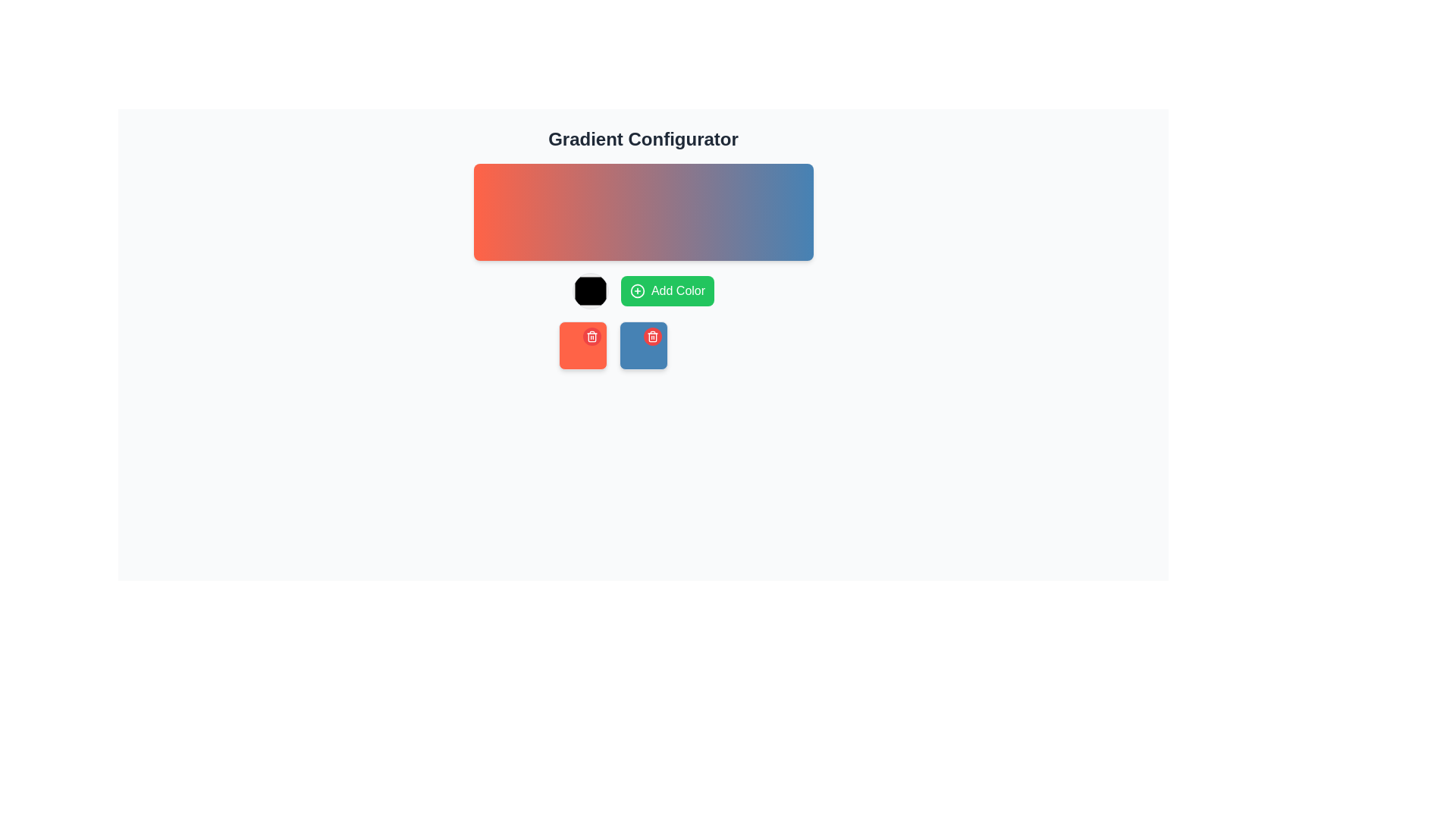 This screenshot has width=1456, height=819. Describe the element at coordinates (652, 337) in the screenshot. I see `the graphical icon representation of the trash can, which is a component of the delete function located inside the blue square button at the bottom right of the interface` at that location.